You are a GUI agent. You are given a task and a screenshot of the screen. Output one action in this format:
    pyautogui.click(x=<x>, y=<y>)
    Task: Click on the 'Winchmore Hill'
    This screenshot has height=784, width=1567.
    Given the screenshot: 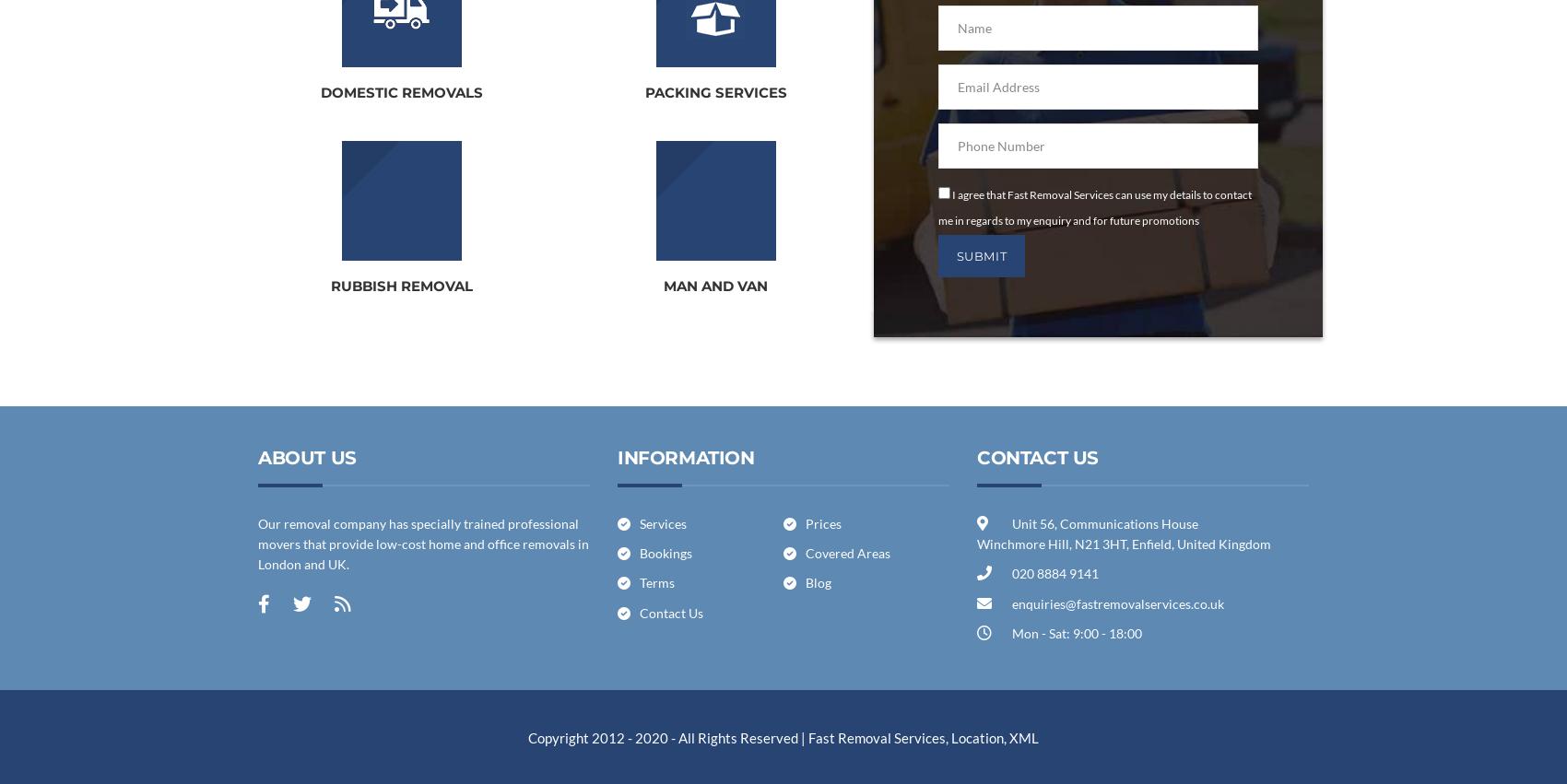 What is the action you would take?
    pyautogui.click(x=1022, y=543)
    